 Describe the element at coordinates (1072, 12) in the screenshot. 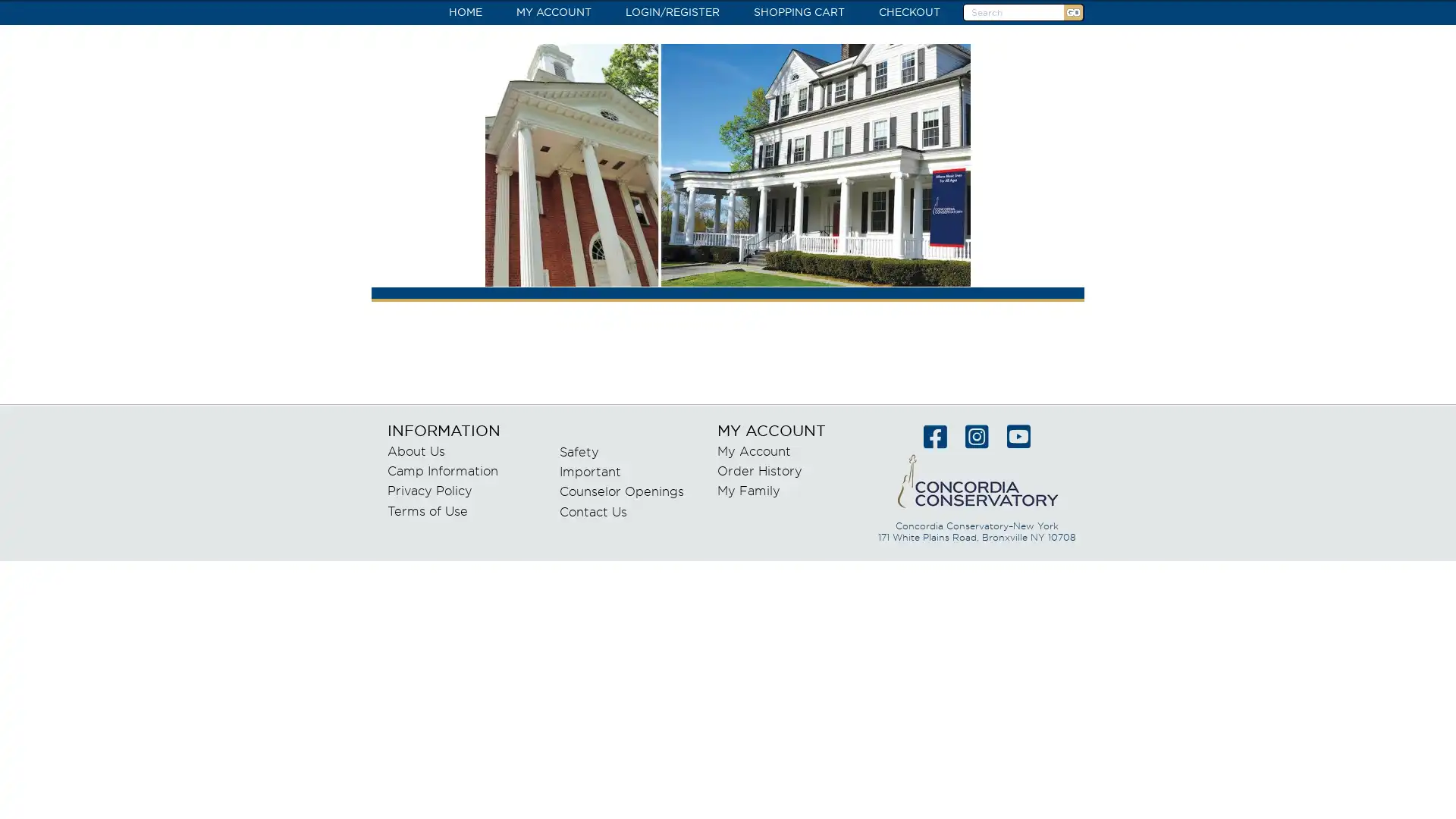

I see `Go` at that location.